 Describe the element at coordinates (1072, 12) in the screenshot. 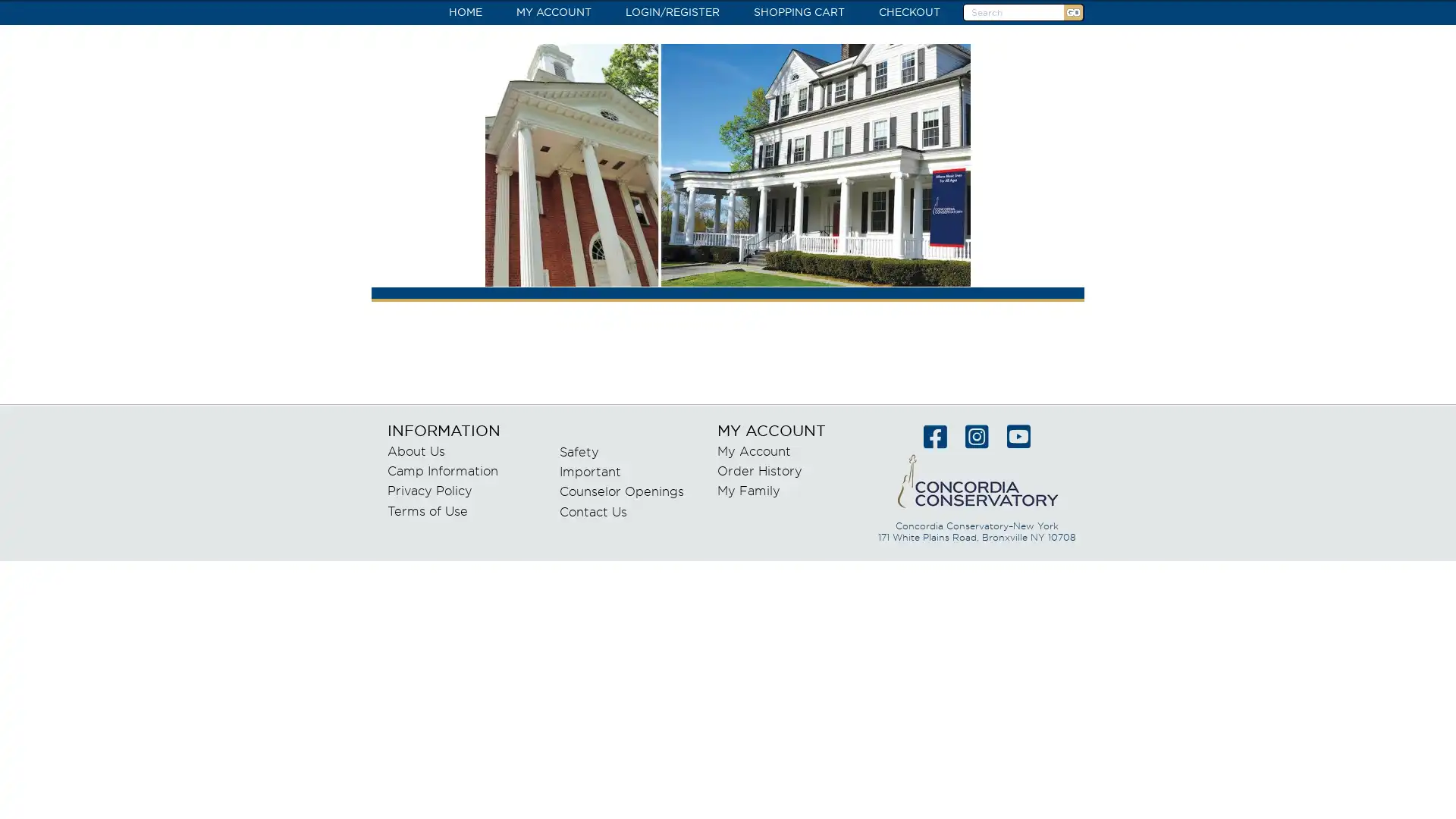

I see `Go` at that location.